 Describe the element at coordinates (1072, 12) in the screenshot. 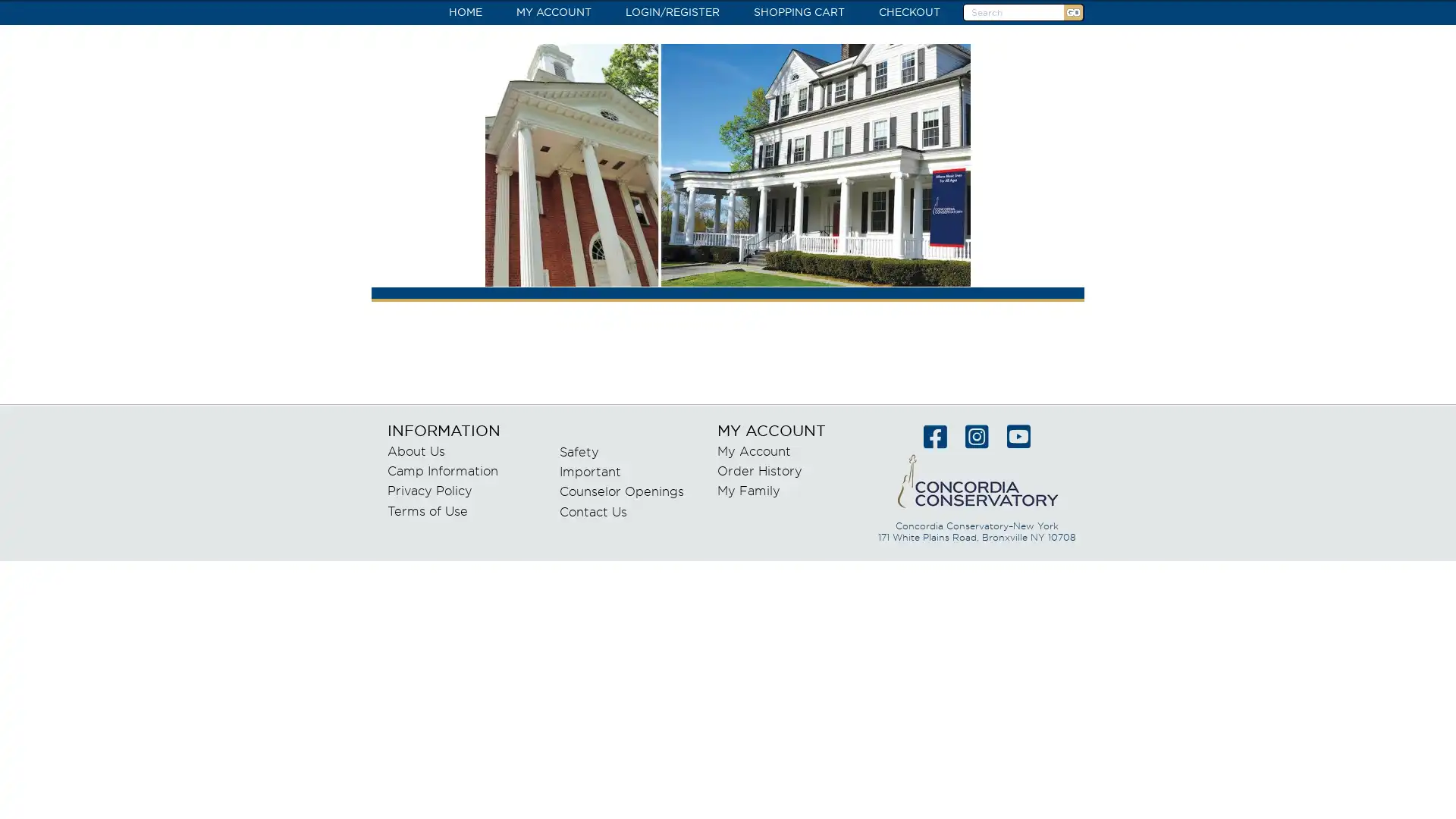

I see `Go` at that location.